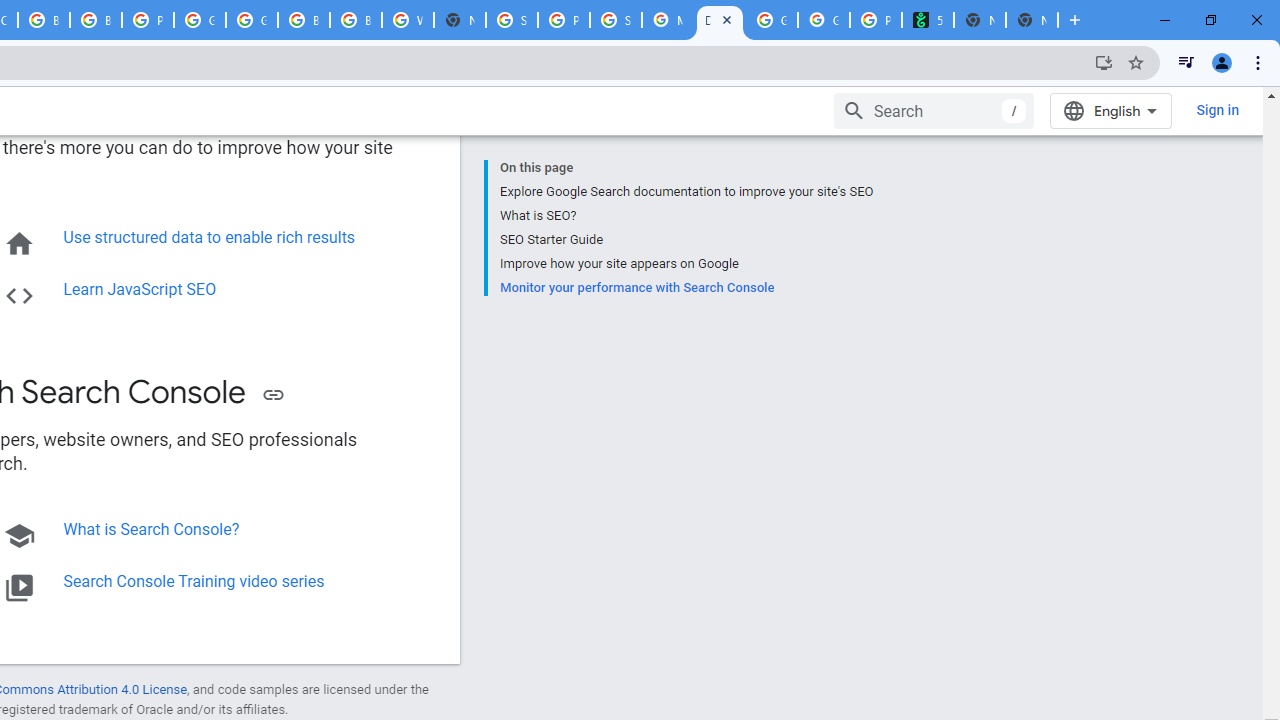 Image resolution: width=1280 pixels, height=720 pixels. Describe the element at coordinates (1103, 61) in the screenshot. I see `'Install Google Developers'` at that location.